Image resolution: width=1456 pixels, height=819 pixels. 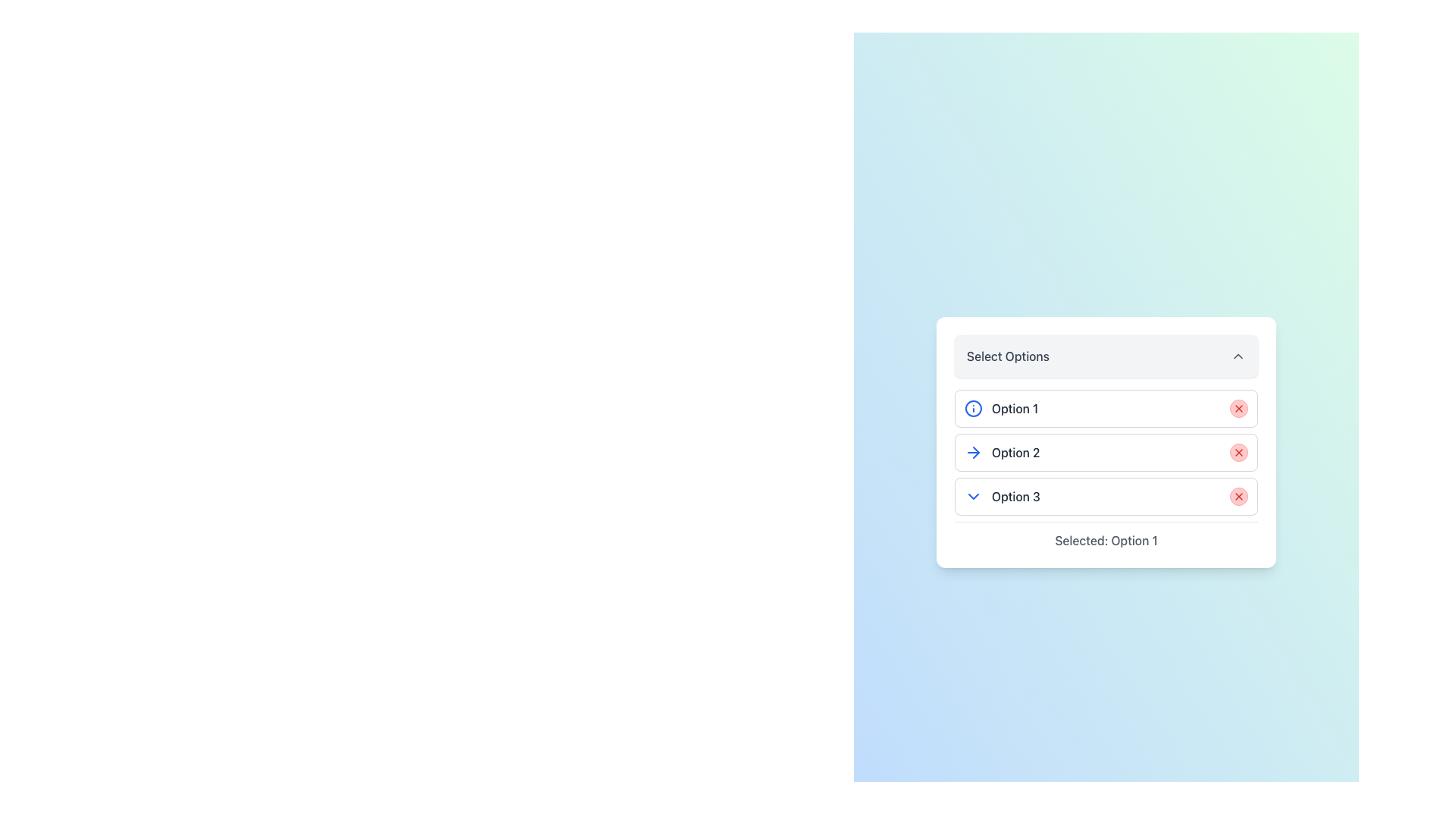 I want to click on the Dropdown toggle icon located to the far right under the header 'Select Options' to trigger hover effects, so click(x=1238, y=356).